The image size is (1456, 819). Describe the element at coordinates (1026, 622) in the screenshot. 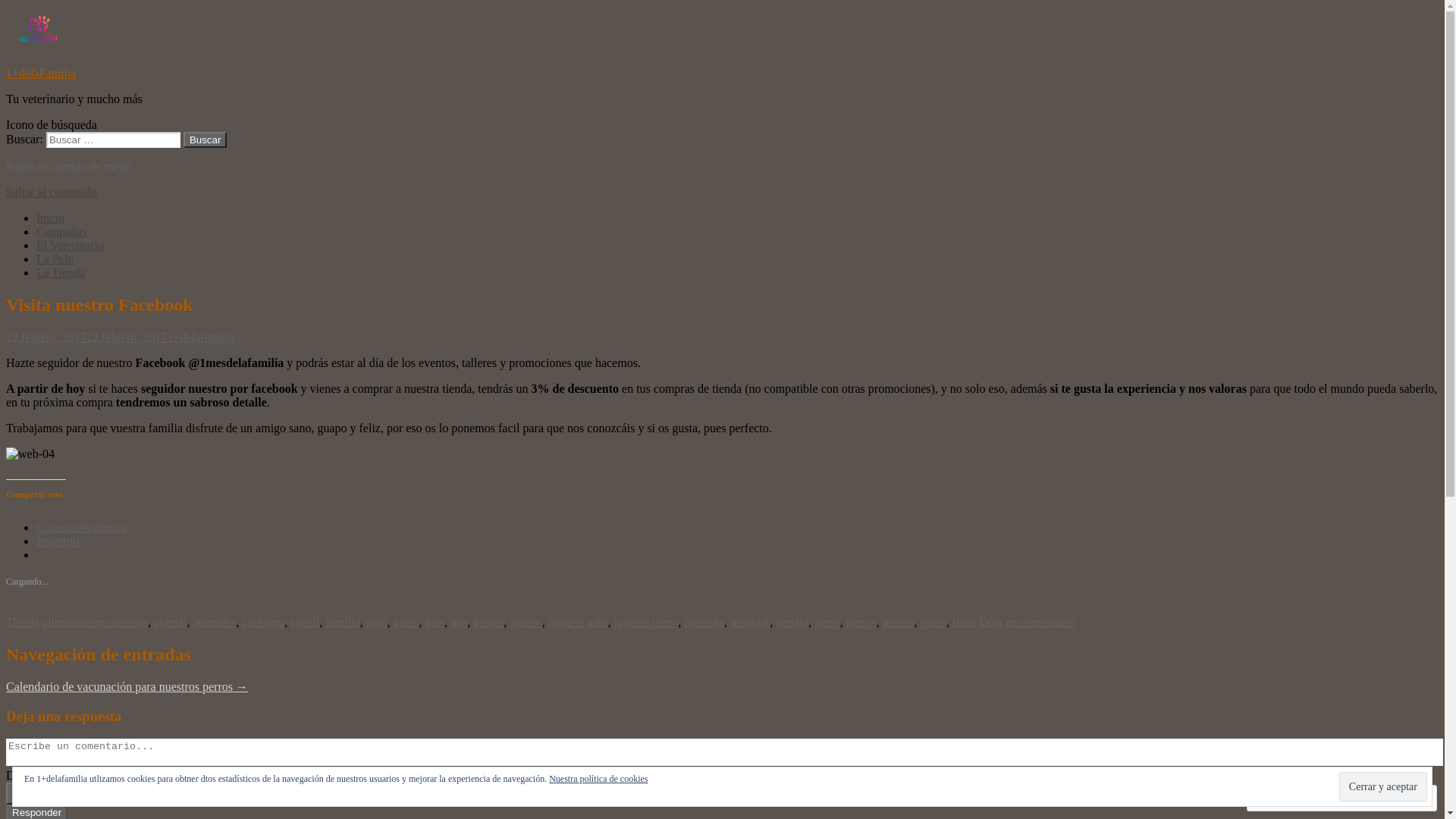

I see `'Deja un comentario'` at that location.